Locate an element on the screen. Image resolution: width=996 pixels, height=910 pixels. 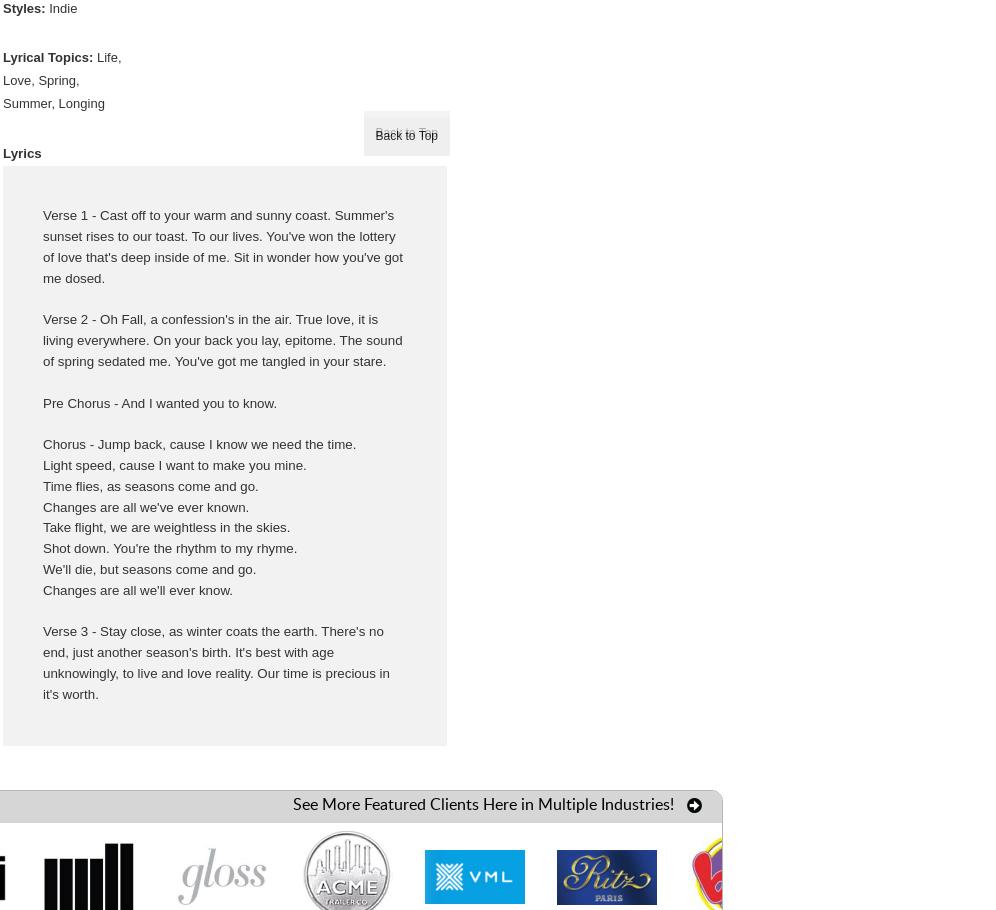
'Changes are all we've ever known.' is located at coordinates (145, 506).